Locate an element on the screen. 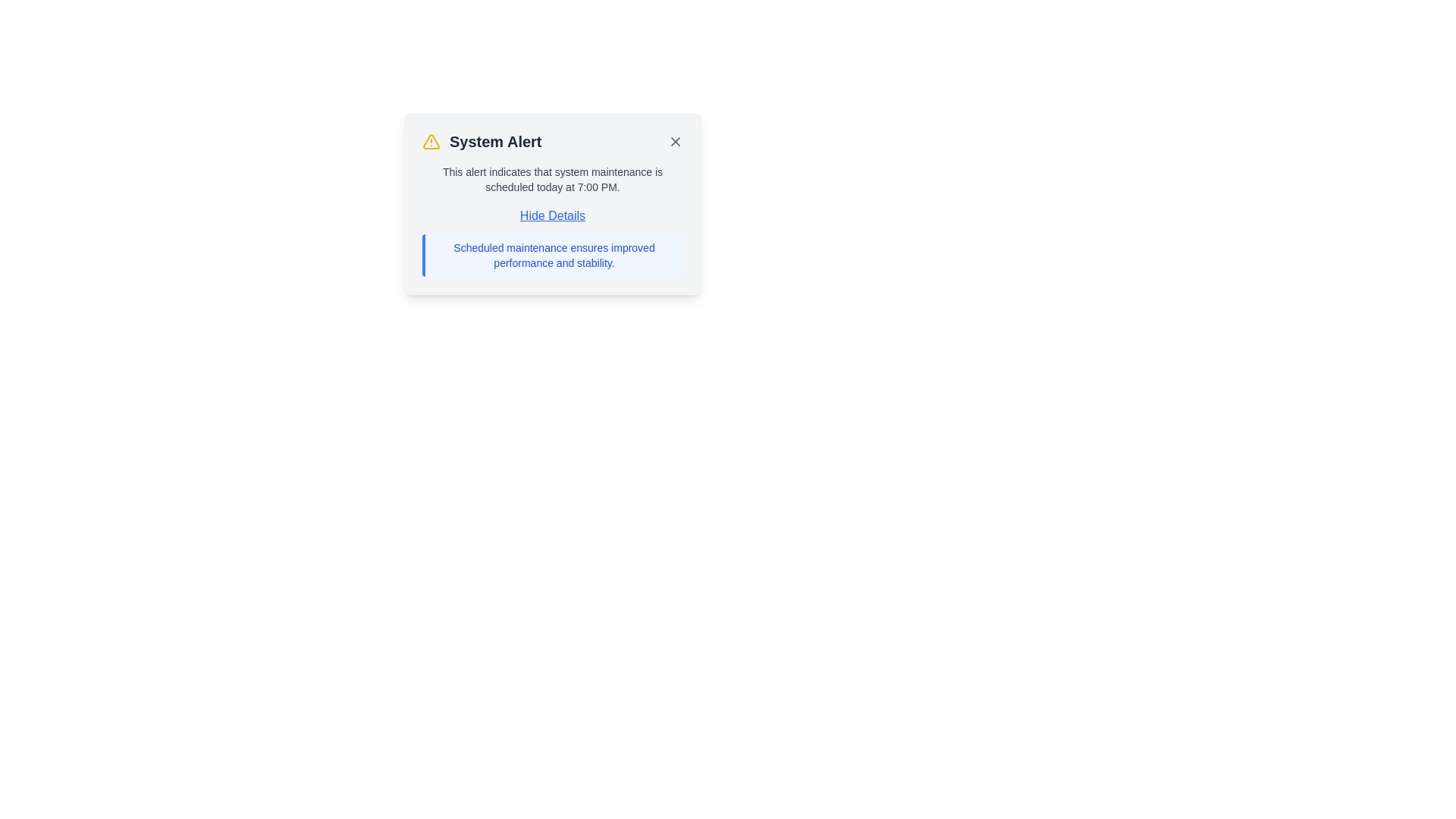  the informational text label that notifies the user about a scheduled system maintenance event, which is located below the 'System Alert' label and above the 'Hide Details' section is located at coordinates (552, 178).